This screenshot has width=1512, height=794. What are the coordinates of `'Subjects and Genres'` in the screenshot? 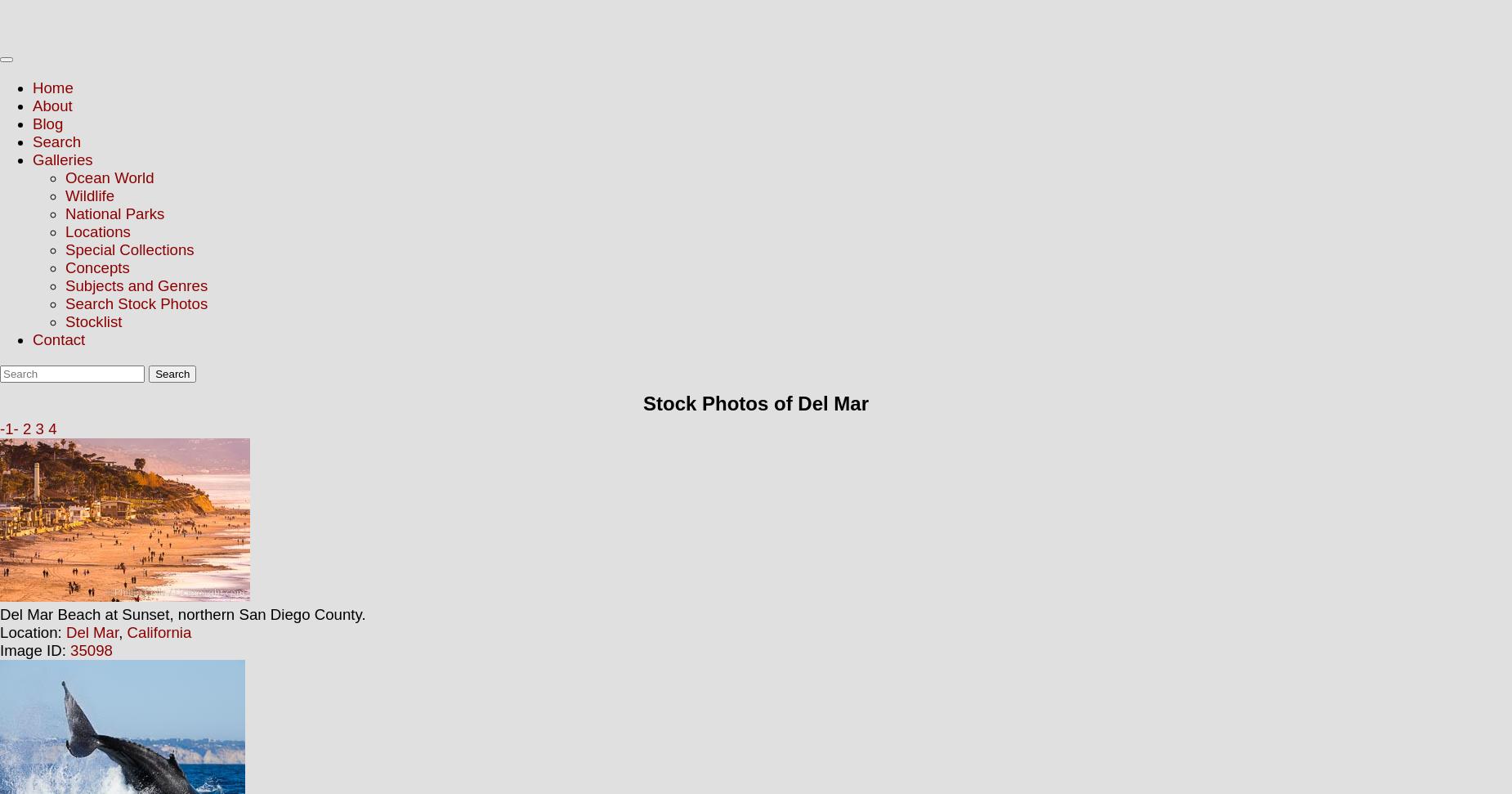 It's located at (136, 285).